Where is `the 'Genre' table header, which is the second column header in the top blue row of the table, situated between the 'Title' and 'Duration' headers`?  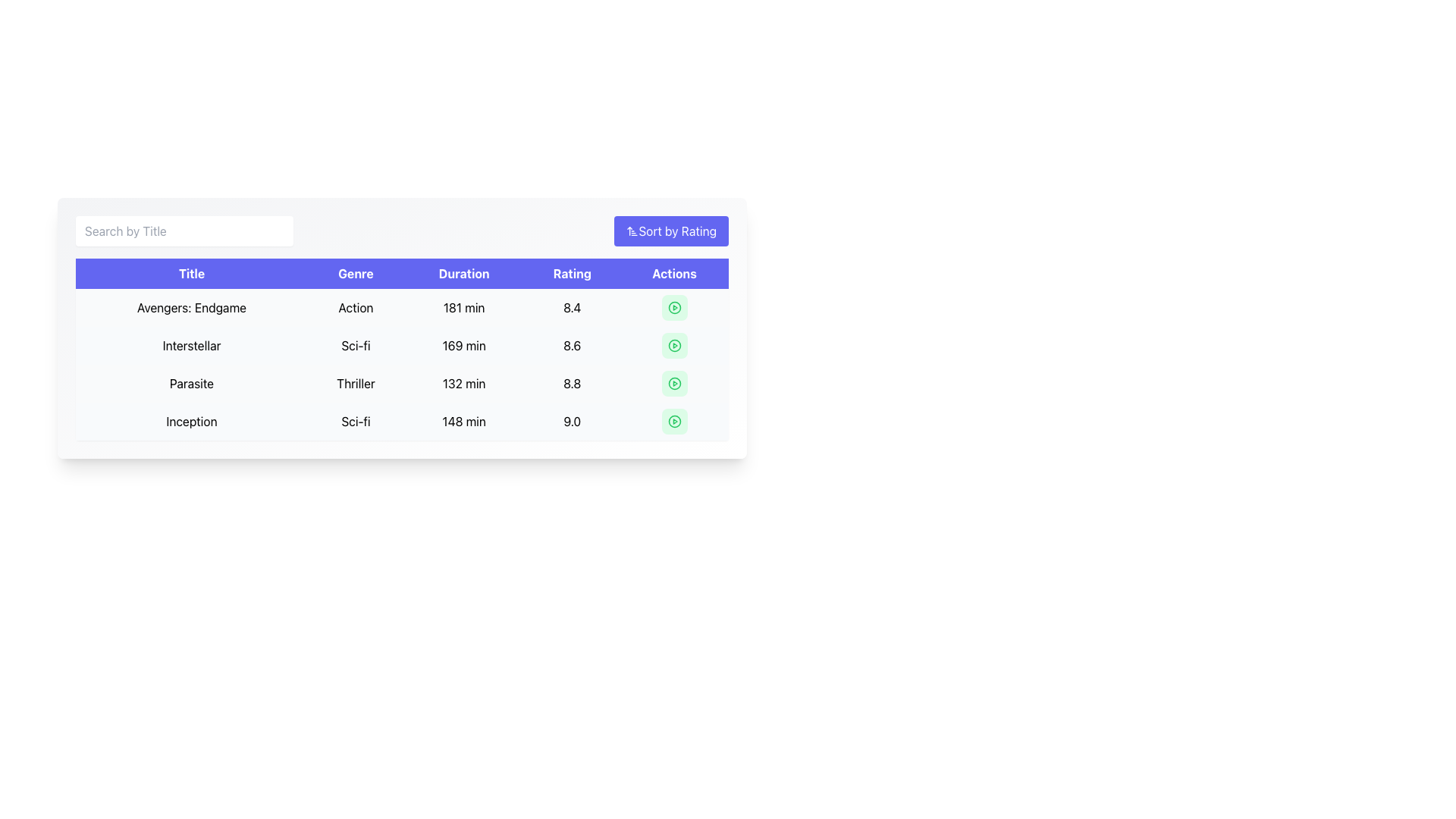
the 'Genre' table header, which is the second column header in the top blue row of the table, situated between the 'Title' and 'Duration' headers is located at coordinates (355, 274).